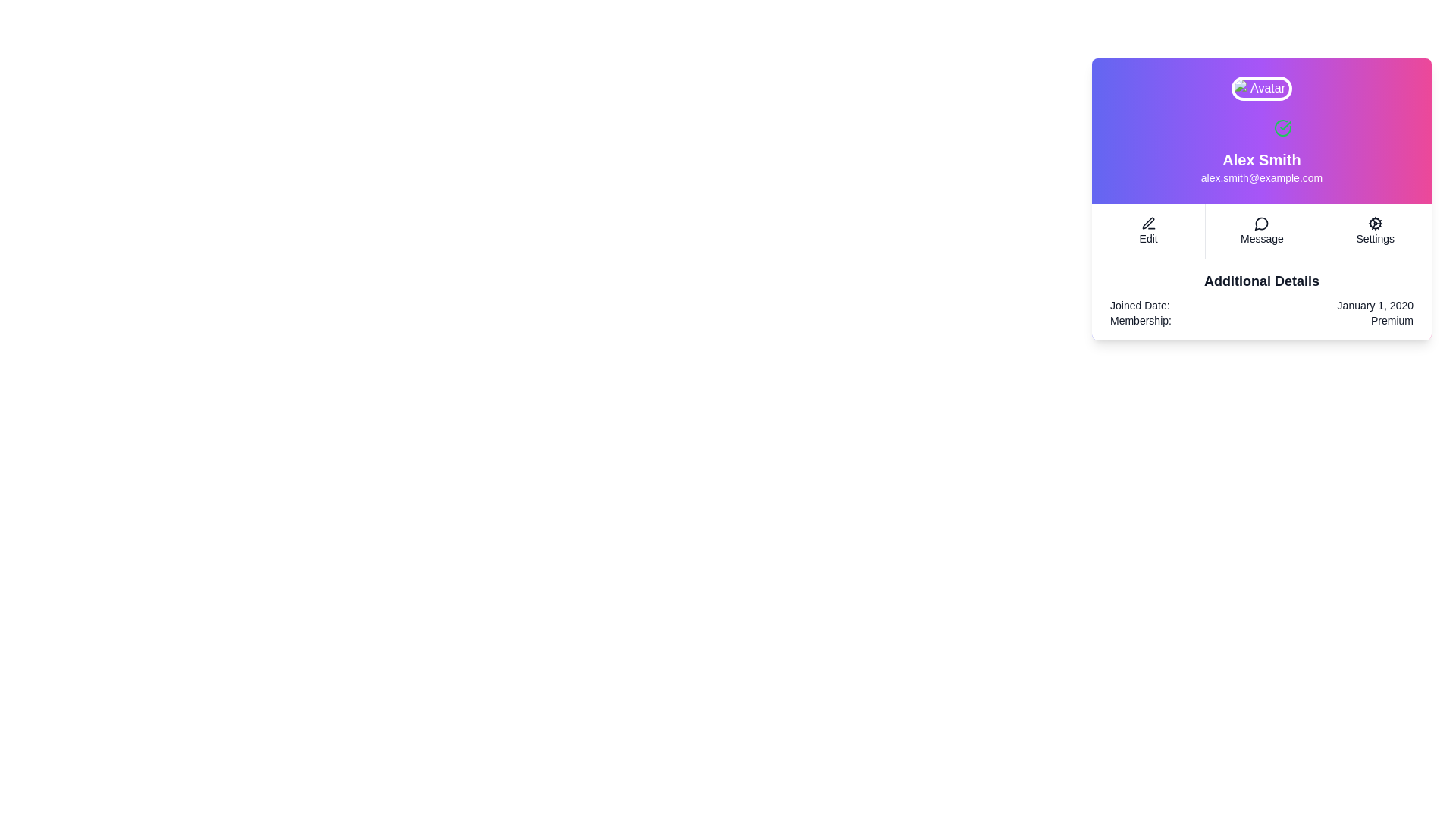 Image resolution: width=1456 pixels, height=819 pixels. I want to click on the email address text label 'alex.smith@example.com' which is located below the name 'Alex Smith' within the user profile card, so click(1262, 177).